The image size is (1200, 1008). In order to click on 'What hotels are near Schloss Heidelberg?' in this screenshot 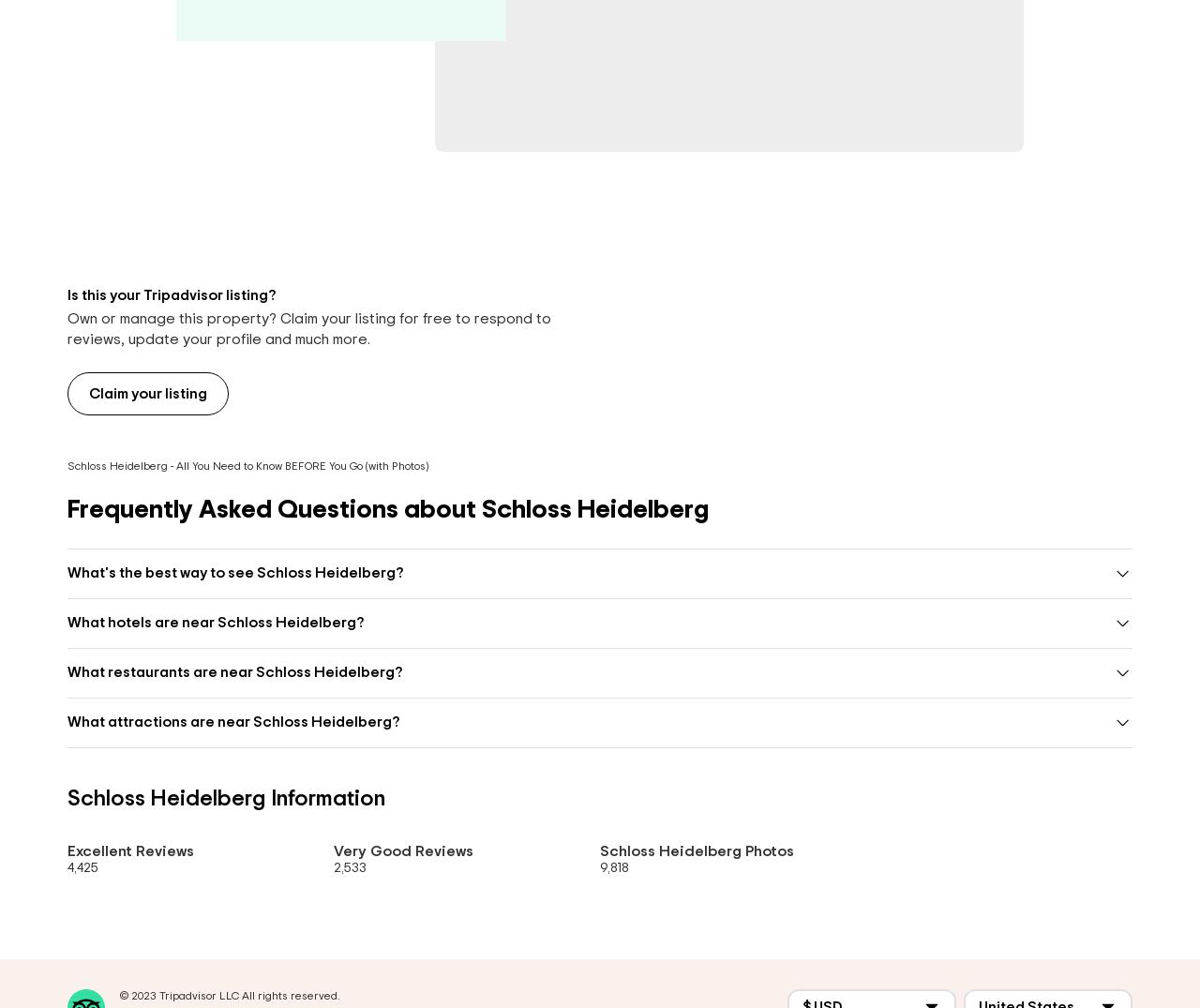, I will do `click(216, 623)`.